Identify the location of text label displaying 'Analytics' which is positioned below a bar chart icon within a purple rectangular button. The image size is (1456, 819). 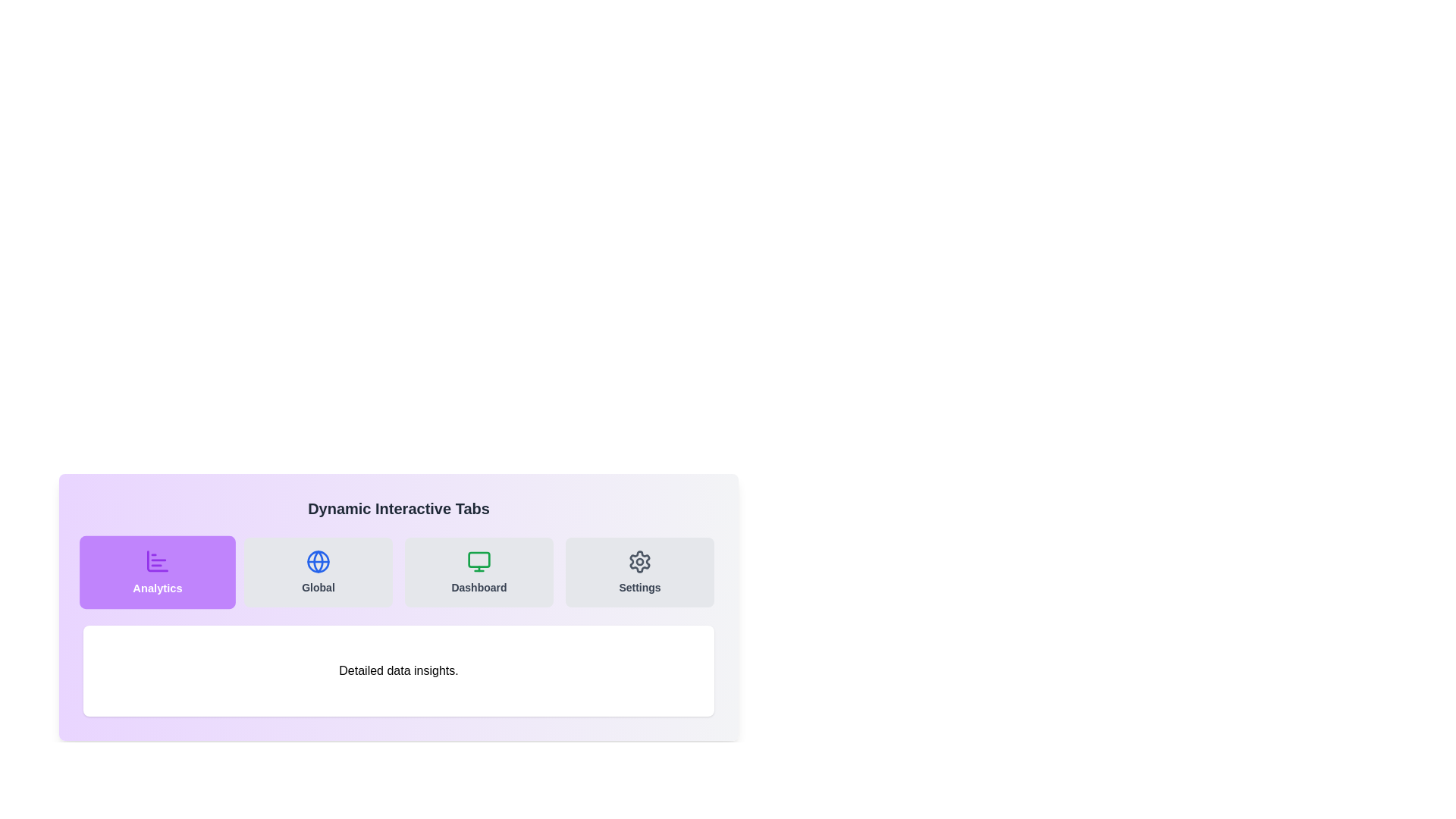
(157, 587).